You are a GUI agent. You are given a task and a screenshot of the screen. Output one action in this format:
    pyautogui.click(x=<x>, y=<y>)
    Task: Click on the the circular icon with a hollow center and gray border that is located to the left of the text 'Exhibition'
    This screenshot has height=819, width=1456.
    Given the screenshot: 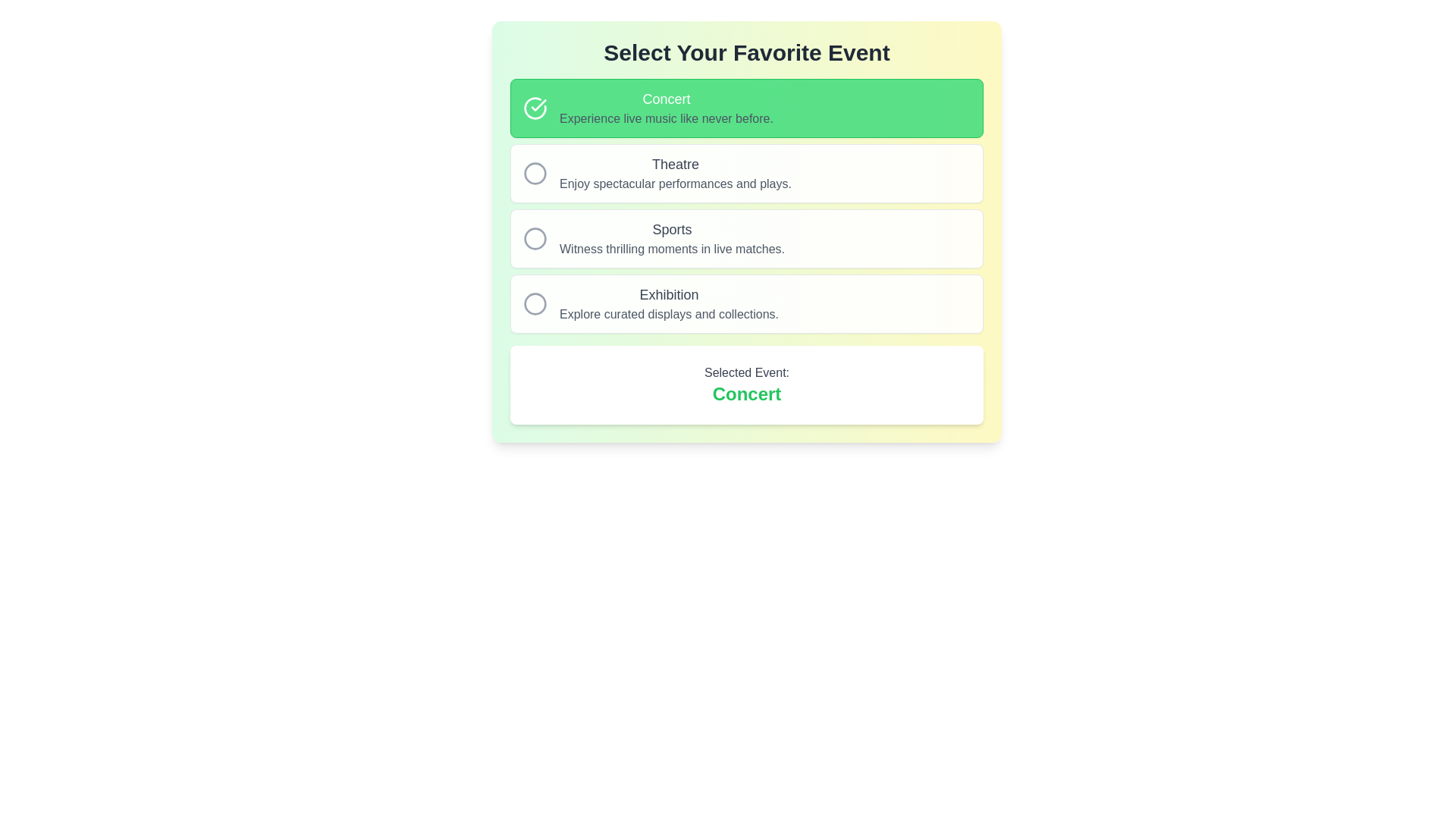 What is the action you would take?
    pyautogui.click(x=535, y=304)
    